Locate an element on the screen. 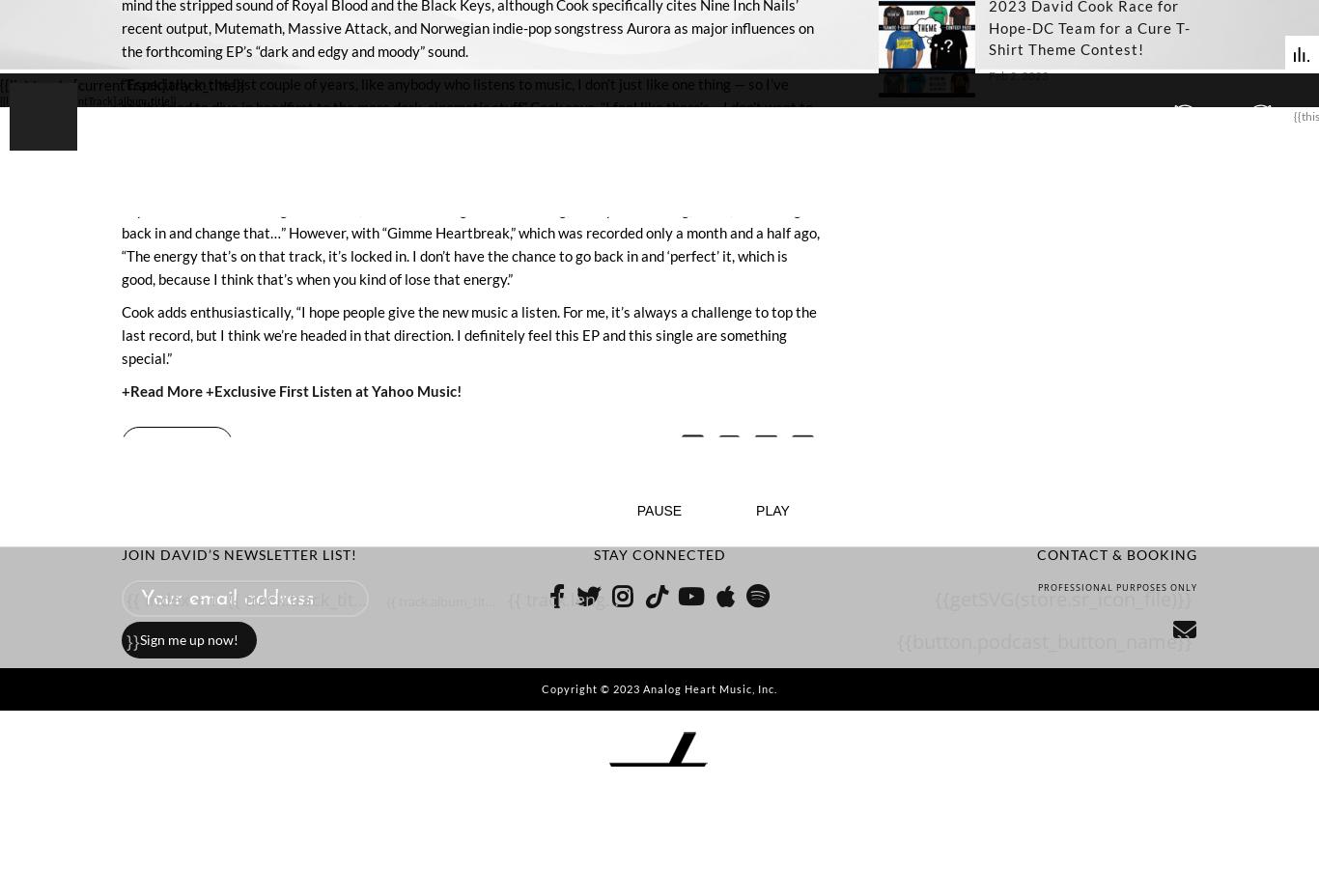 Image resolution: width=1319 pixels, height=896 pixels. 'Cook adds enthusiastically, “I hope people give the new music a listen. For me, it’s always a challenge to top the last record, but I think we’re headed in that direction. I definitely feel this EP and this single are something special.”' is located at coordinates (469, 332).